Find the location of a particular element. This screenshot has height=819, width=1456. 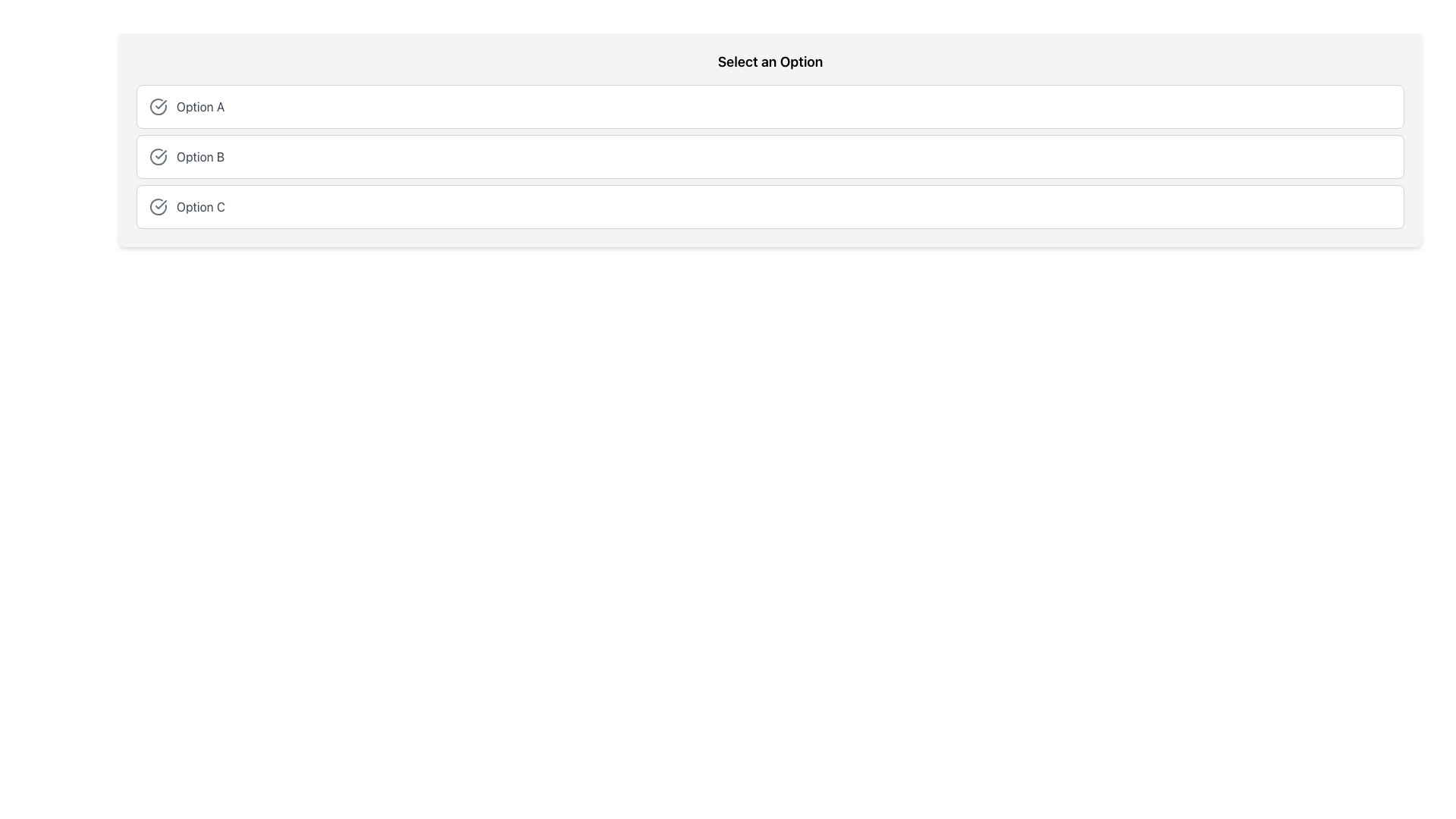

text label indicating 'Option B' which is centrally aligned in the box next to the circular icon is located at coordinates (199, 157).